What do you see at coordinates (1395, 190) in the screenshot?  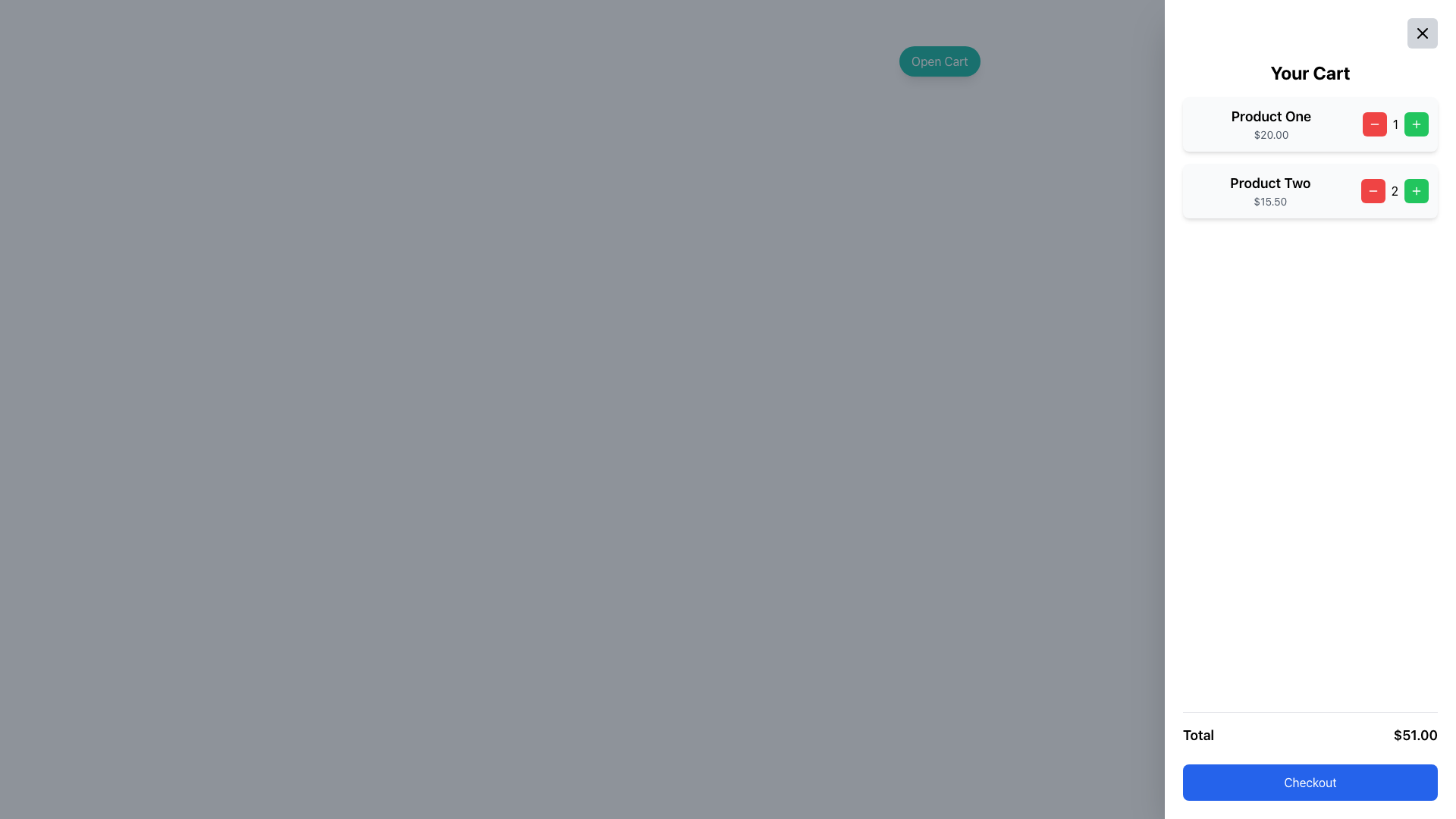 I see `current quantity displayed in the Static Display for 'Product Two' located in the cart summary panel, situated between the decrement and increment controls` at bounding box center [1395, 190].